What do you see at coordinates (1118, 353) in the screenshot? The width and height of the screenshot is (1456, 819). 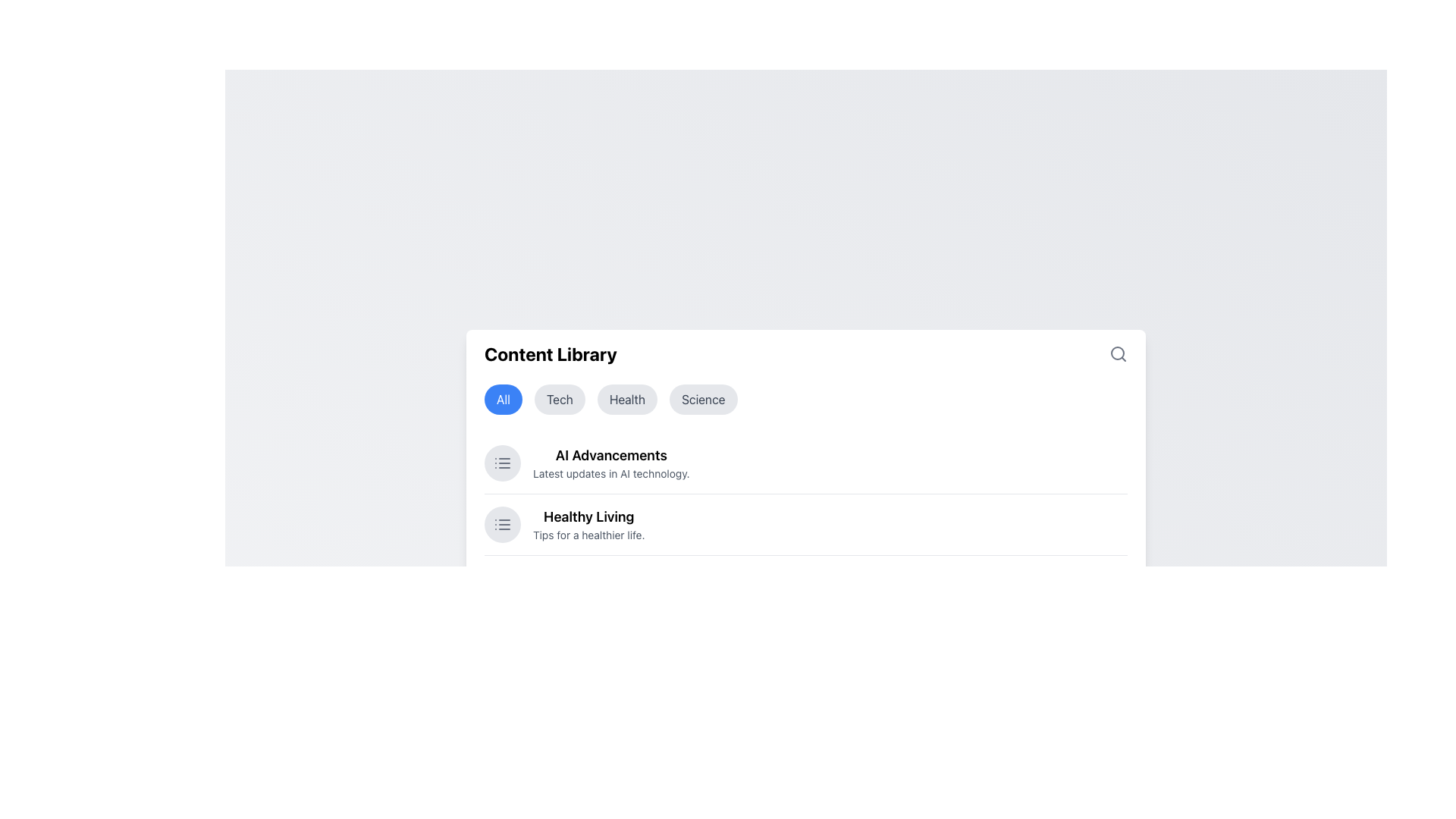 I see `the magnifying glass icon located in the top-right corner of the 'Content Library' section to initiate a search` at bounding box center [1118, 353].